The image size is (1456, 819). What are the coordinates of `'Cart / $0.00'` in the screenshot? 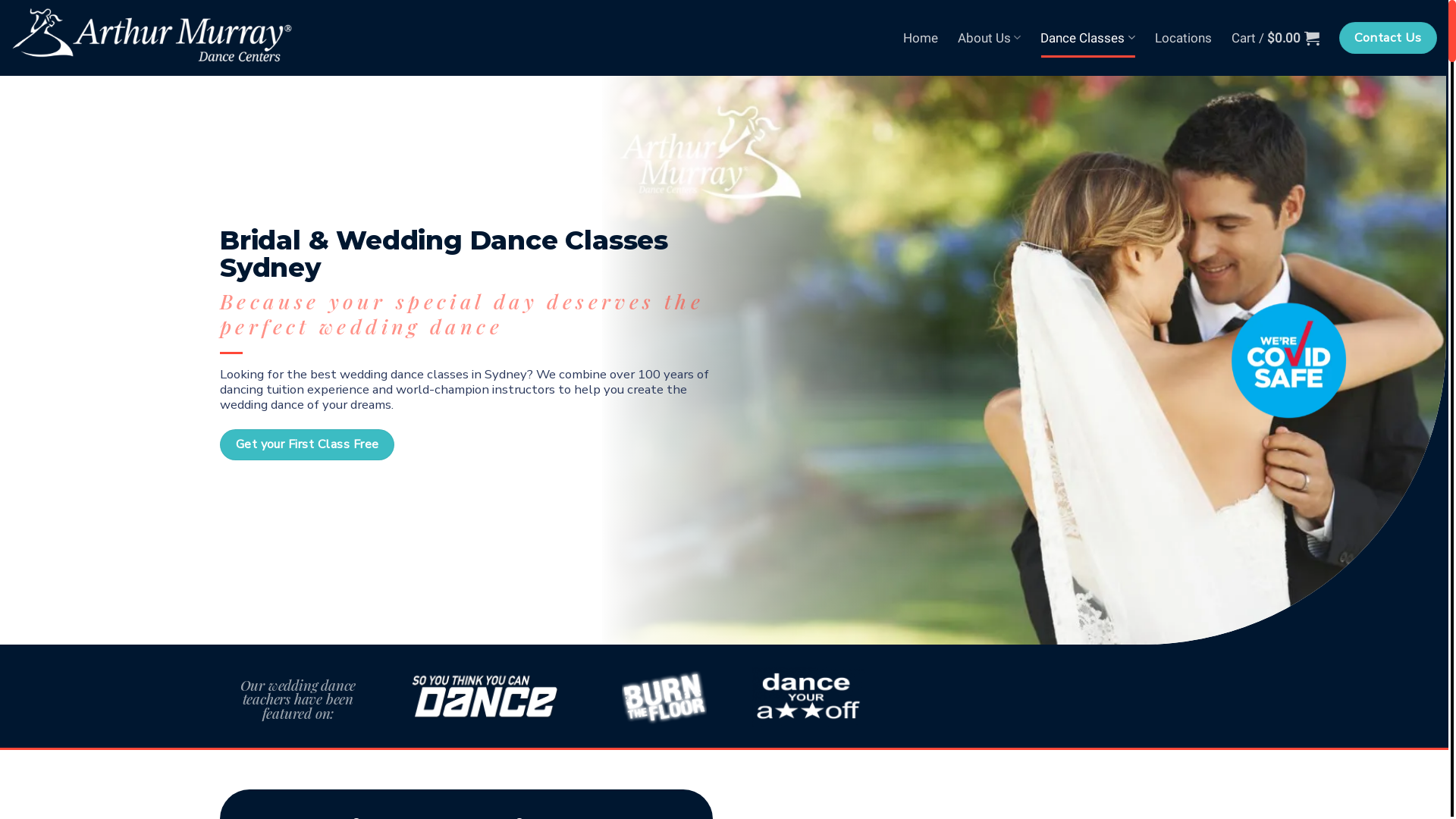 It's located at (1274, 36).